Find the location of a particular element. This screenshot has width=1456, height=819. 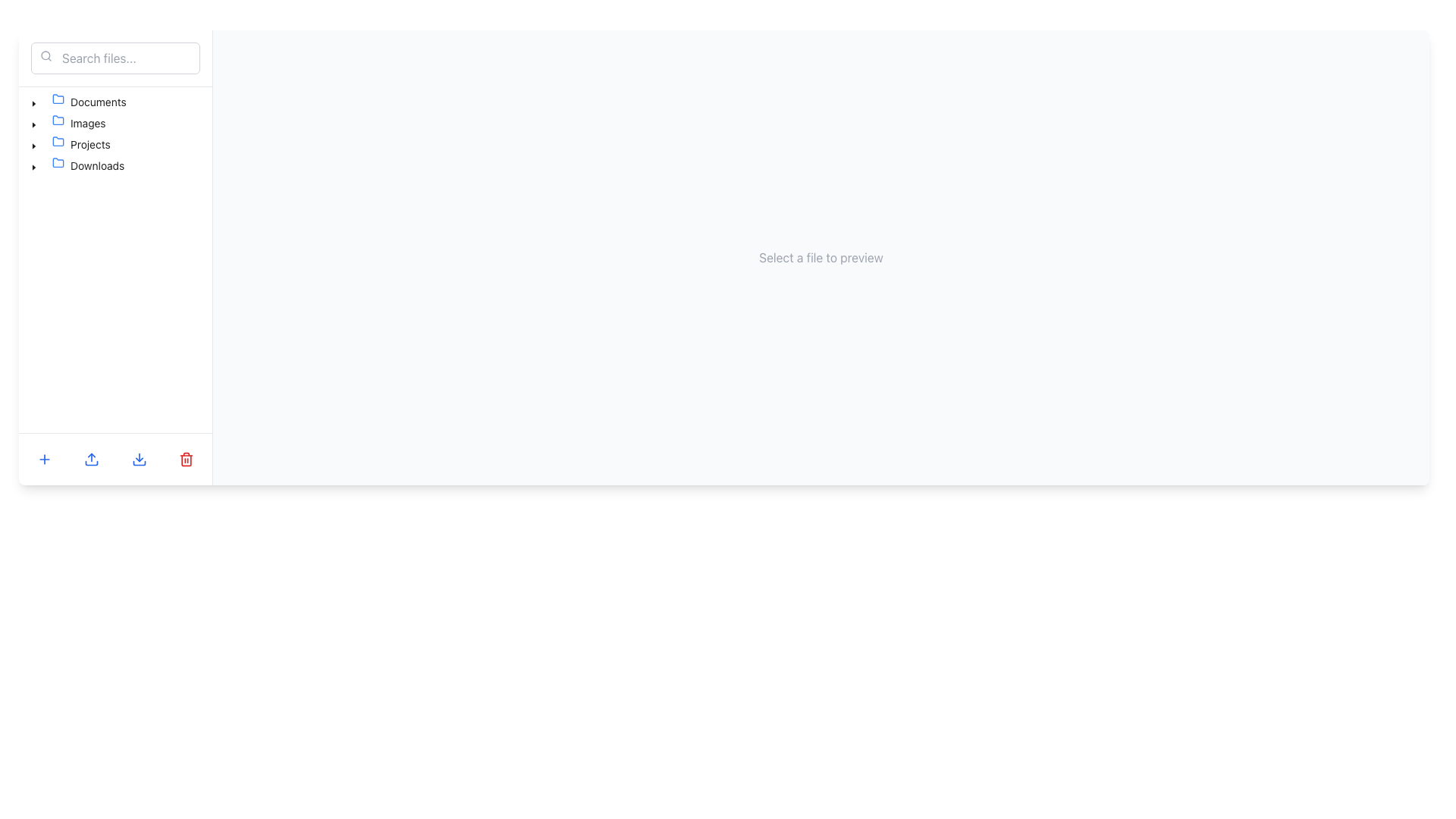

the 'Projects' text label in the left sidebar is located at coordinates (89, 144).